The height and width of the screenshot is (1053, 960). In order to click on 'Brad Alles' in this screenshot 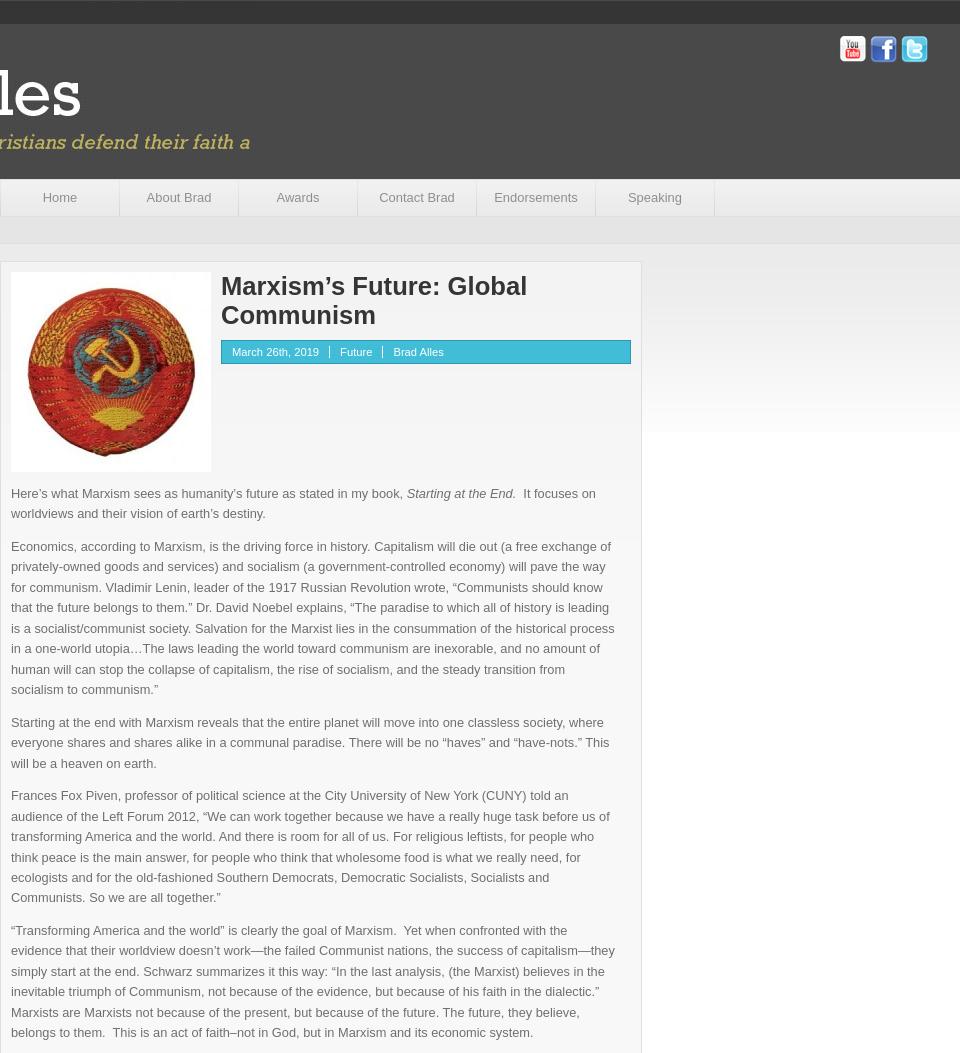, I will do `click(416, 351)`.